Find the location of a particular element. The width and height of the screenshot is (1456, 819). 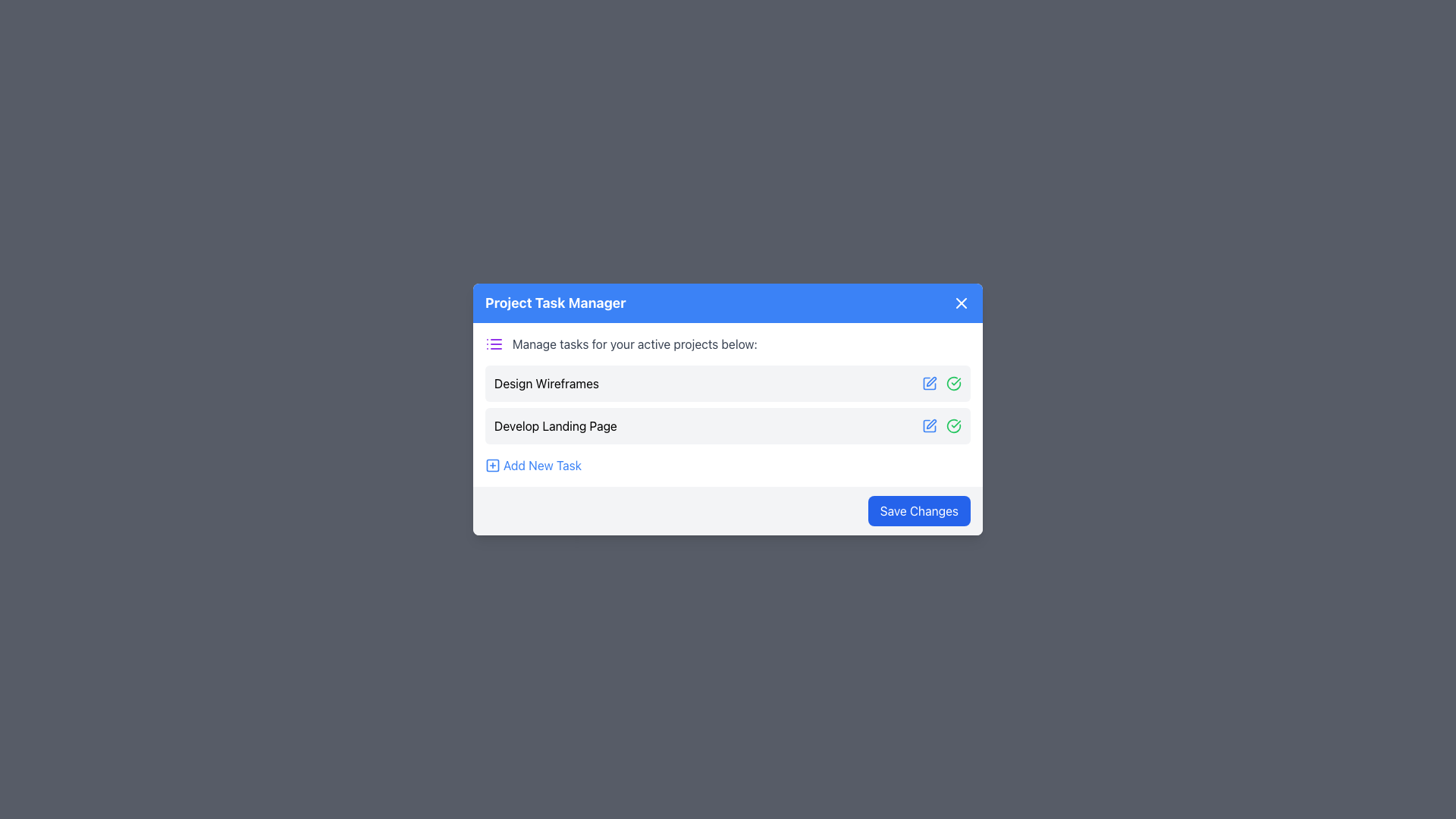

the horizontal group of icons (blue pen for editing and green check for confirming) associated with the task 'Develop Landing Page' is located at coordinates (941, 426).